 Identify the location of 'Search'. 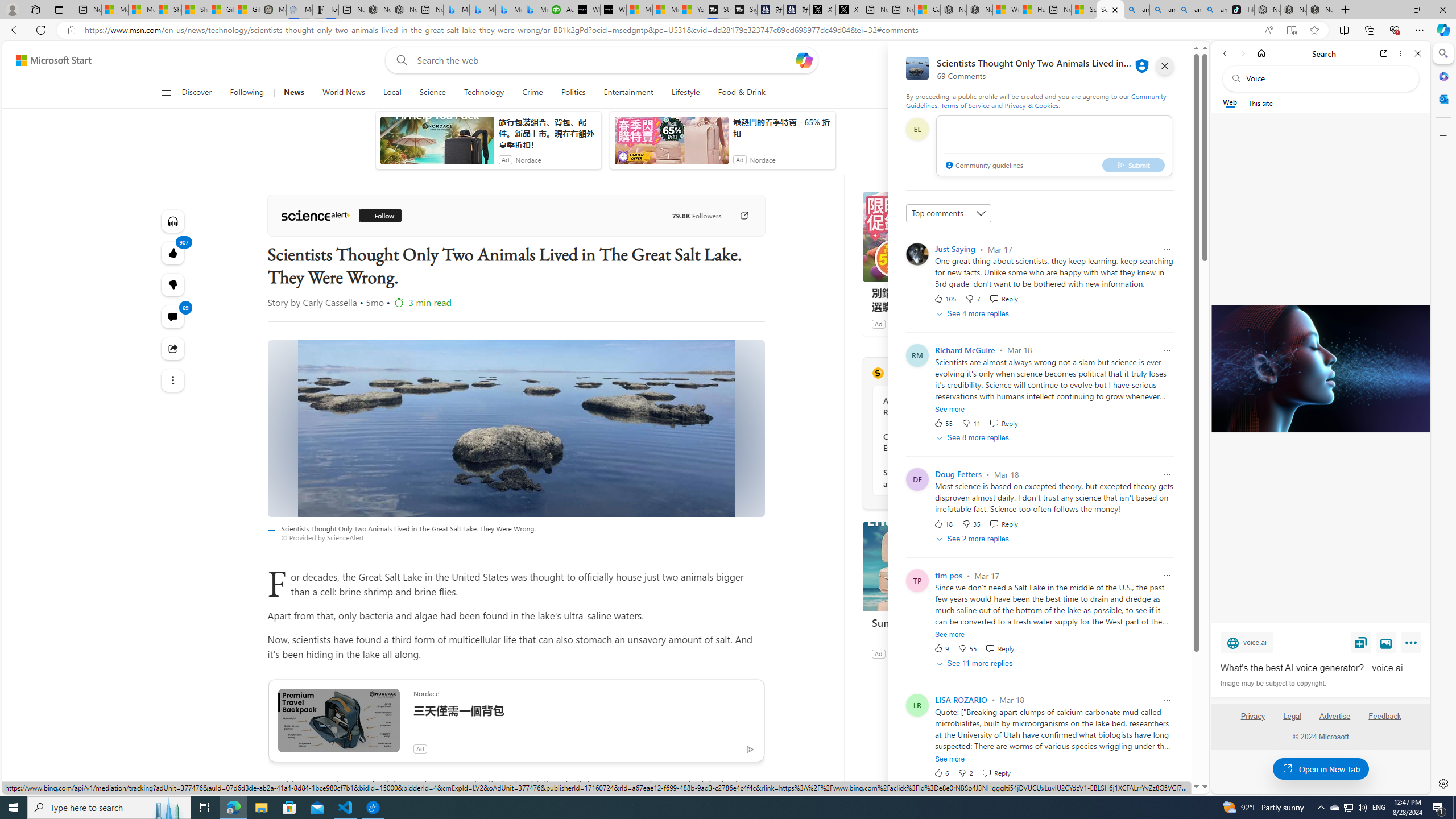
(1442, 53).